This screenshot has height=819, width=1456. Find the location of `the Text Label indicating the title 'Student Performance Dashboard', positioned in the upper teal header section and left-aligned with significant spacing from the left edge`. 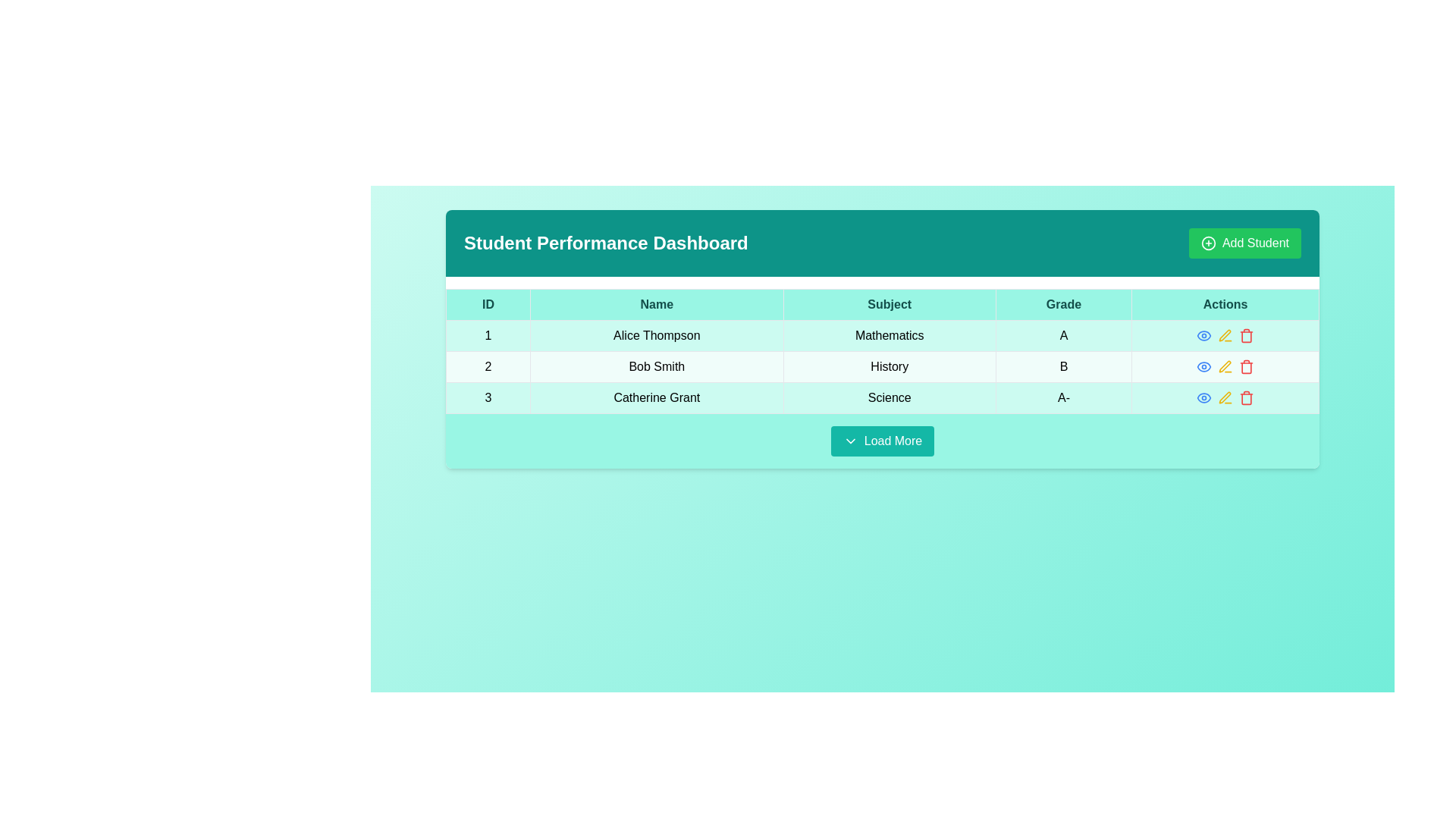

the Text Label indicating the title 'Student Performance Dashboard', positioned in the upper teal header section and left-aligned with significant spacing from the left edge is located at coordinates (605, 242).